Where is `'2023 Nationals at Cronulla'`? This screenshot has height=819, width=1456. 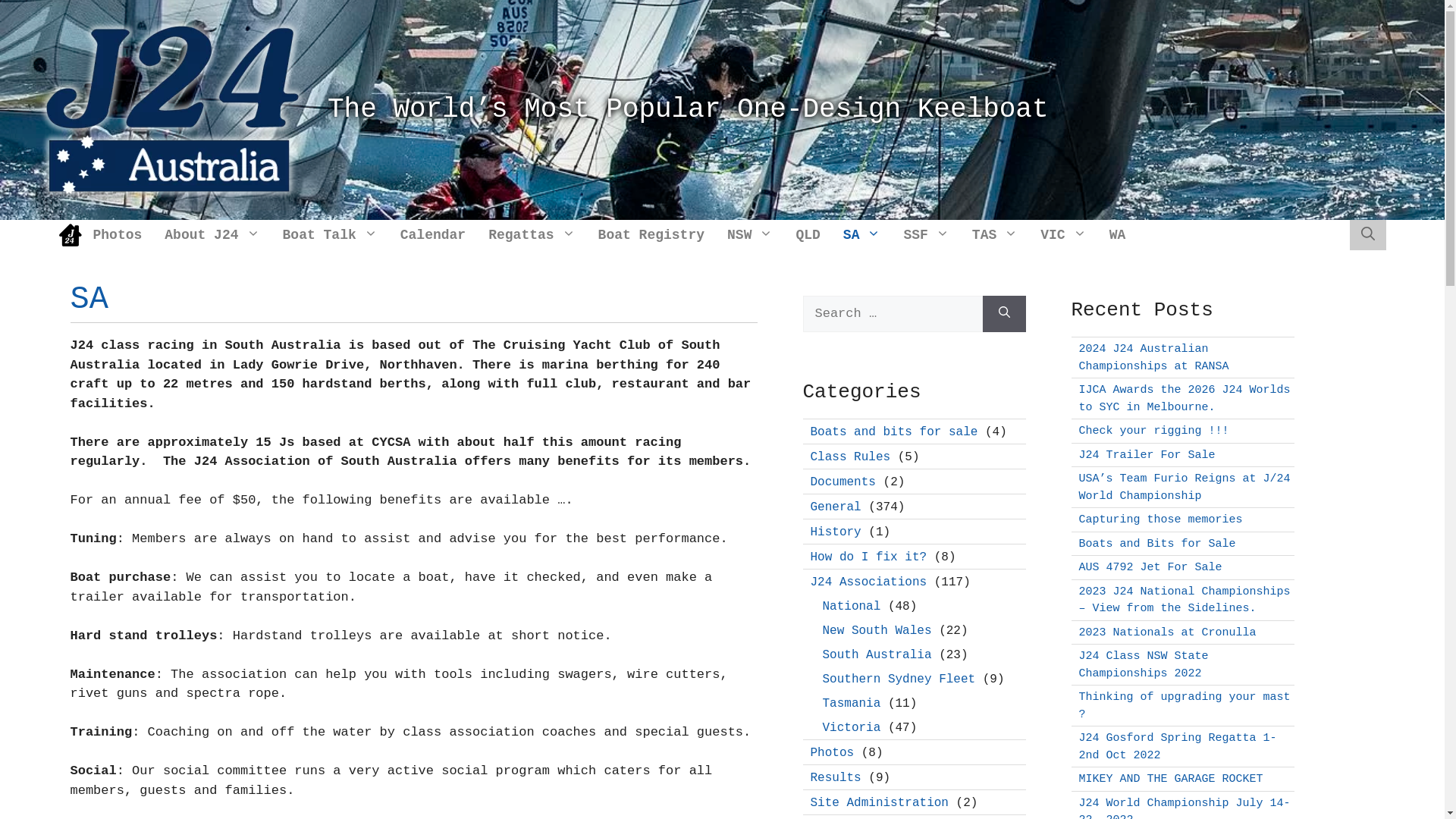
'2023 Nationals at Cronulla' is located at coordinates (1166, 632).